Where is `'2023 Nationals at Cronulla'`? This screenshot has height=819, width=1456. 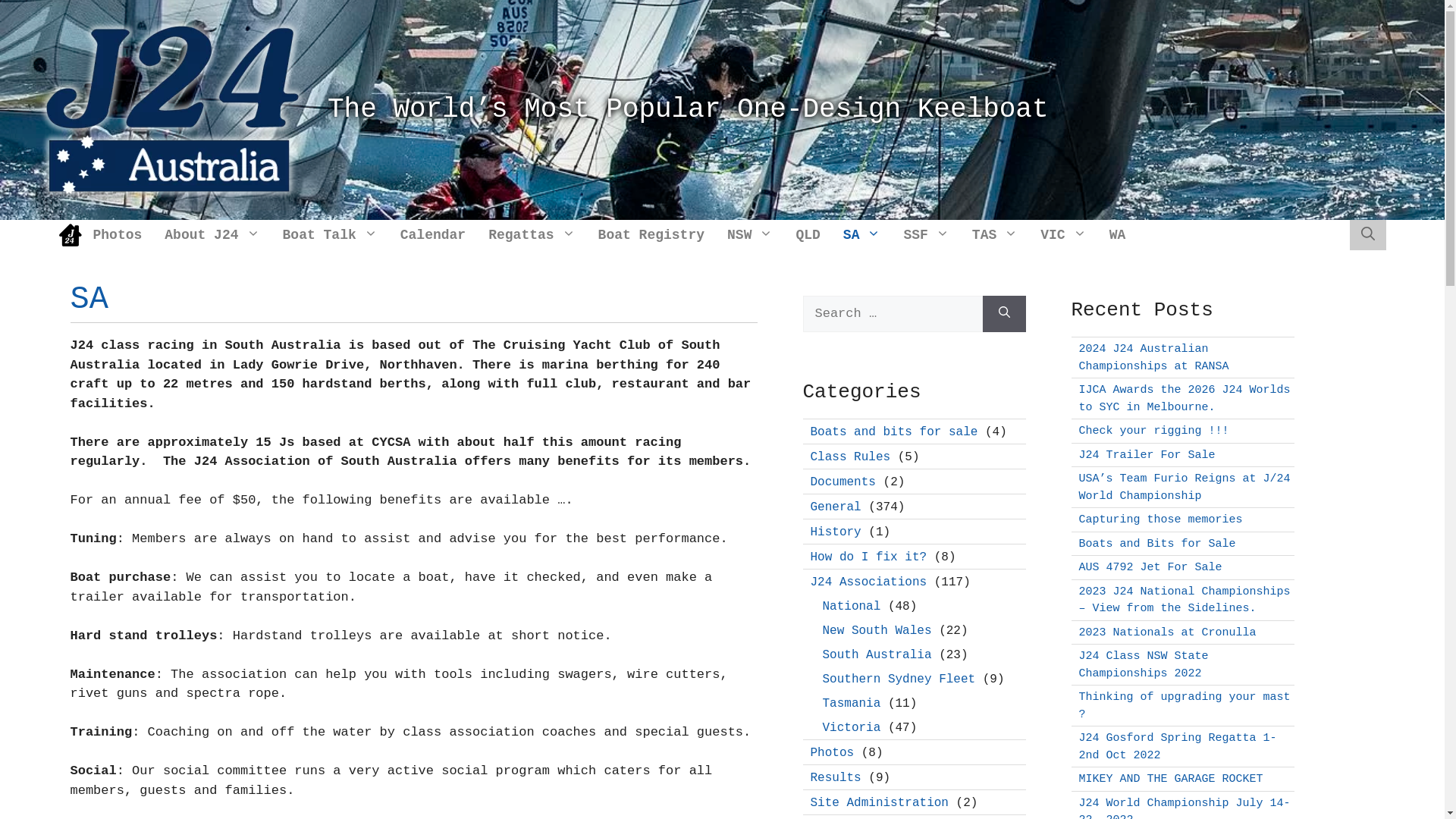
'2023 Nationals at Cronulla' is located at coordinates (1166, 632).